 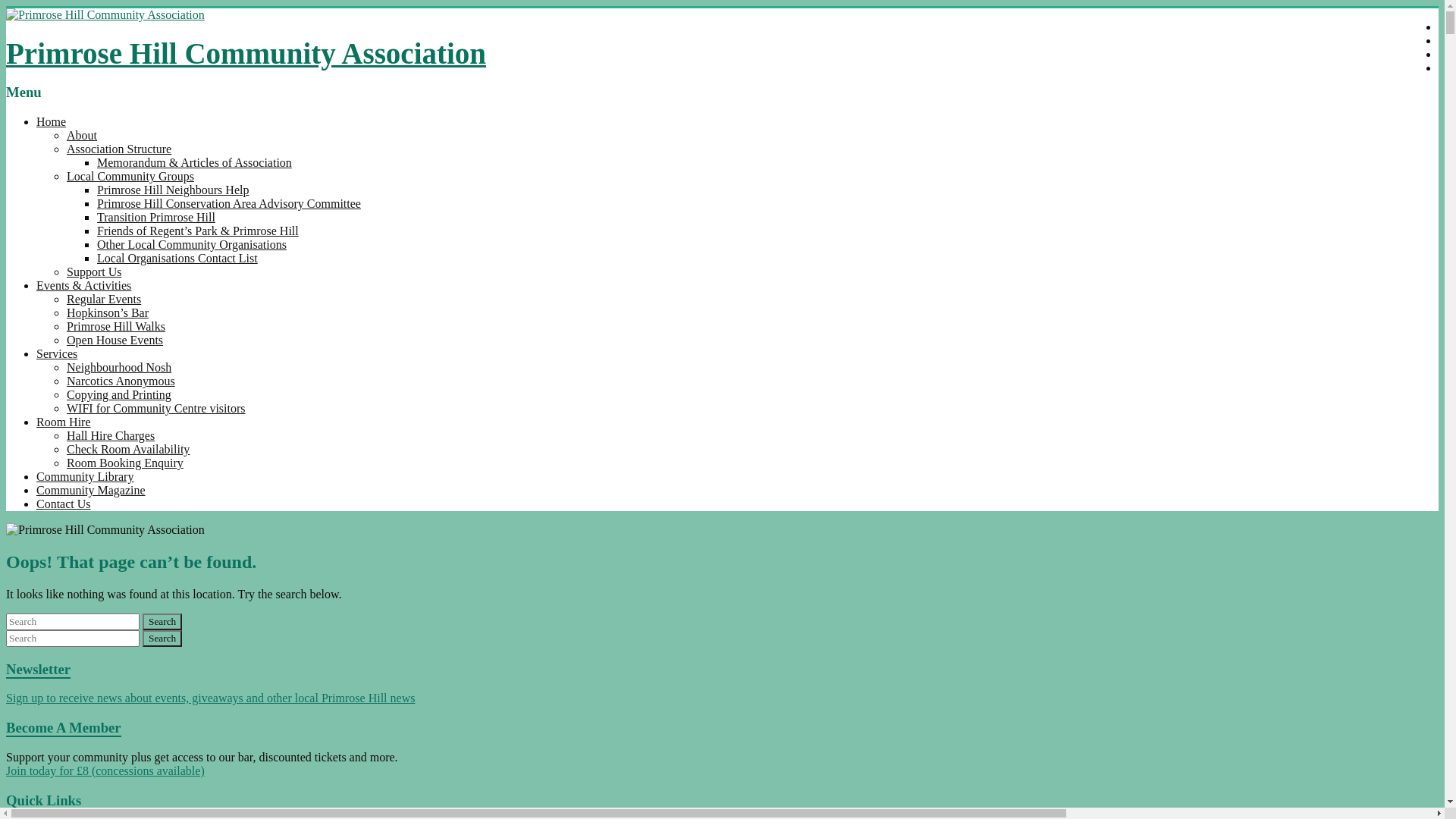 What do you see at coordinates (118, 367) in the screenshot?
I see `'Neighbourhood Nosh'` at bounding box center [118, 367].